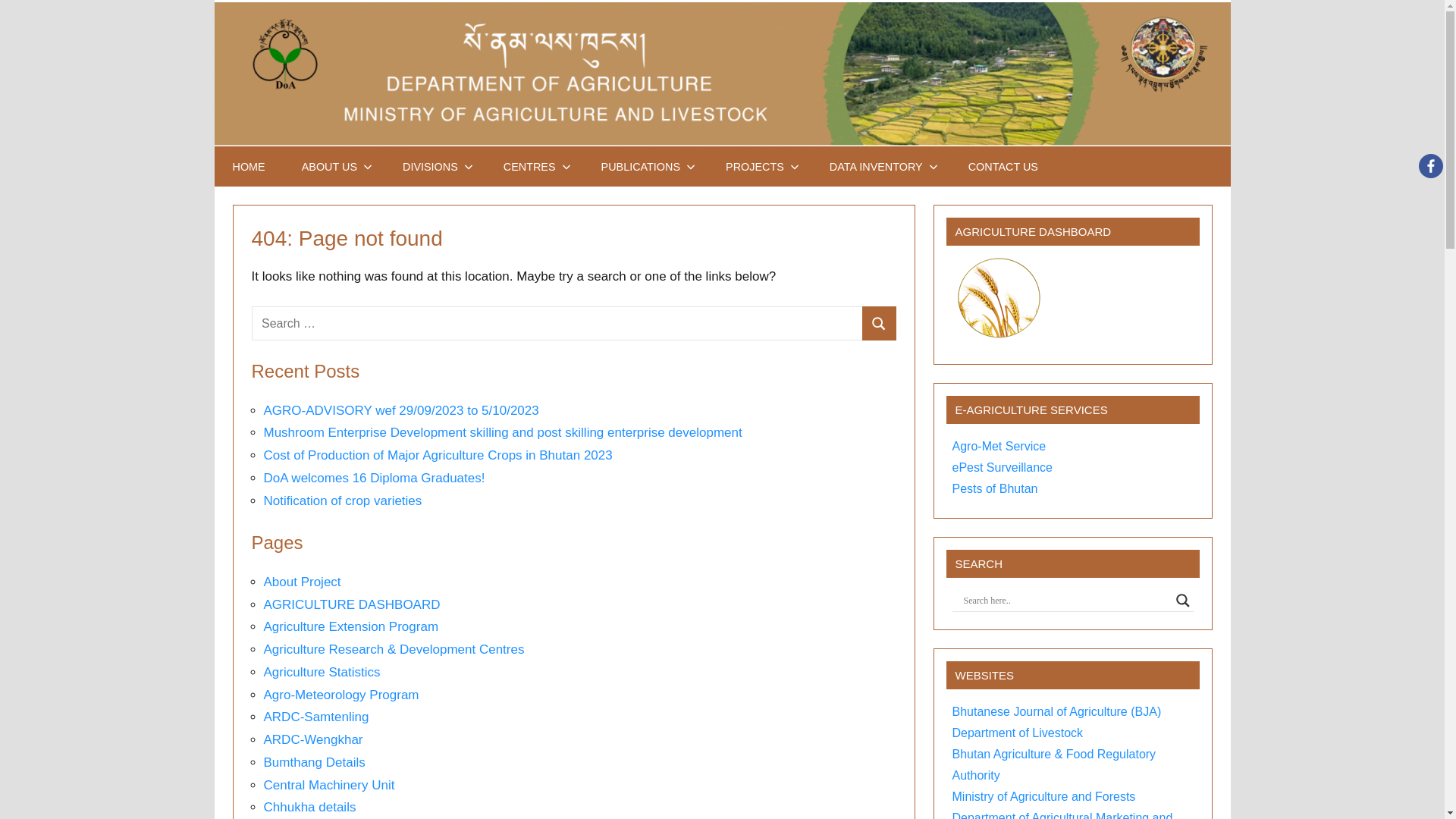 The width and height of the screenshot is (1456, 819). Describe the element at coordinates (401, 410) in the screenshot. I see `'AGRO-ADVISORY wef 29/09/2023 to 5/10/2023'` at that location.